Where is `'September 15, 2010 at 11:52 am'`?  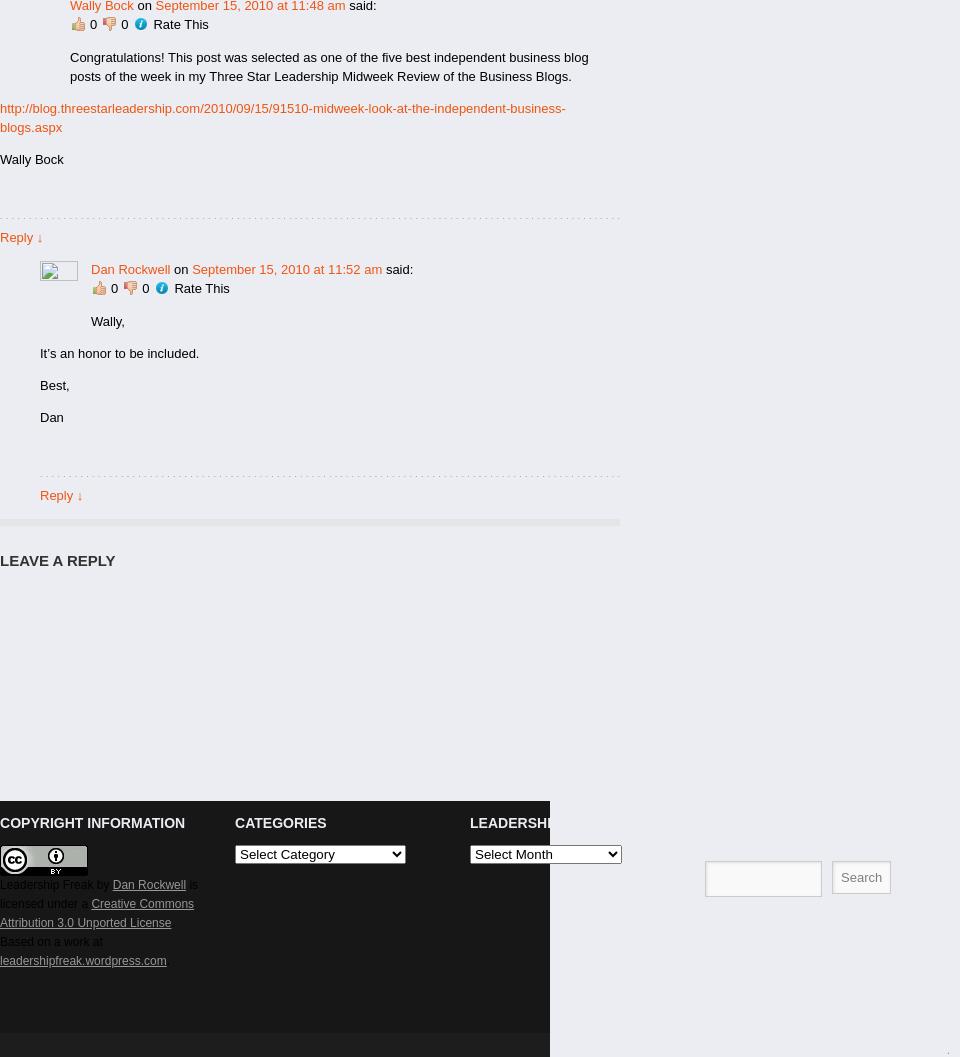
'September 15, 2010 at 11:52 am' is located at coordinates (286, 268).